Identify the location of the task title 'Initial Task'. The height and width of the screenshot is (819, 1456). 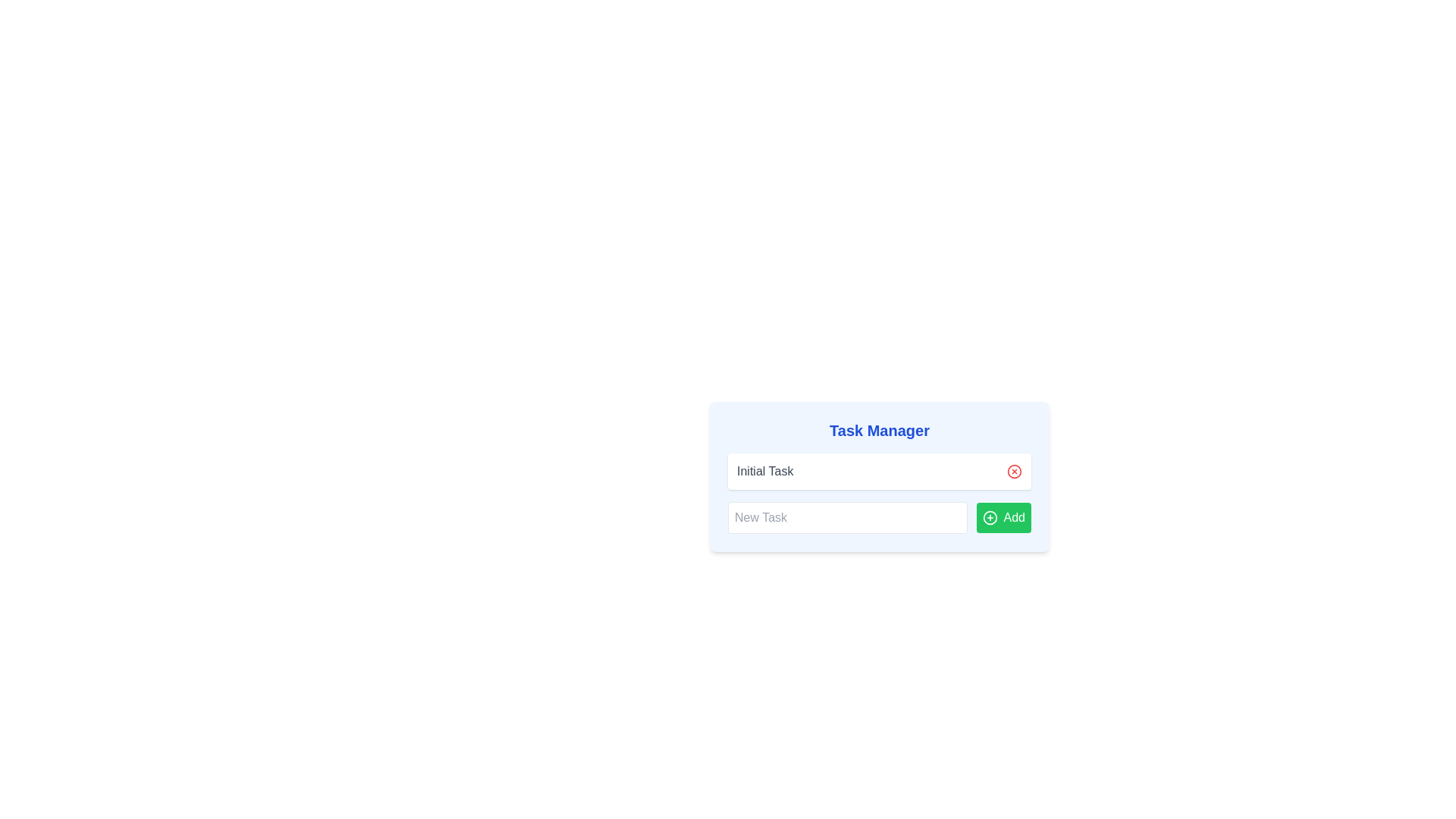
(880, 470).